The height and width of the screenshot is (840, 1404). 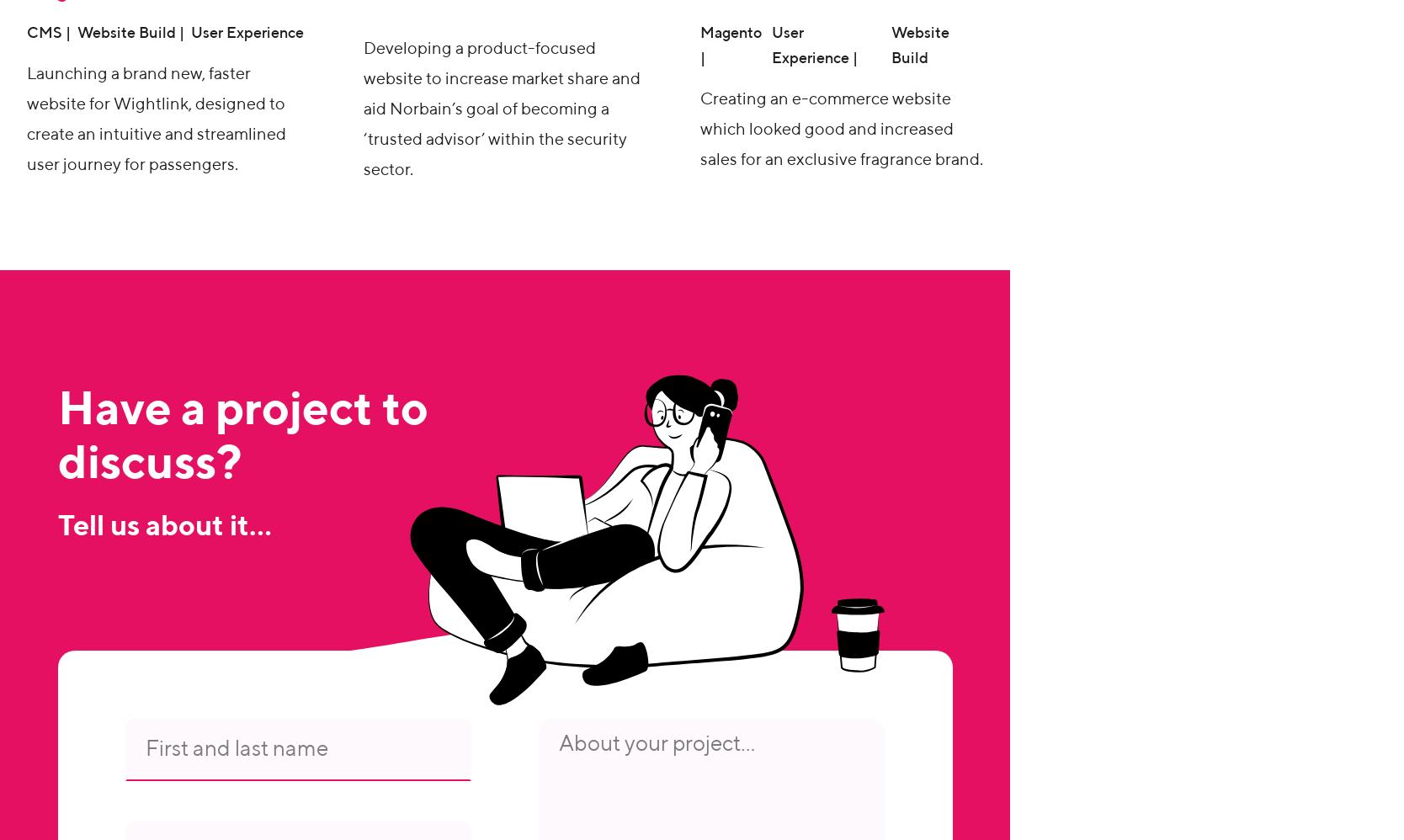 I want to click on 'CMS', so click(x=45, y=34).